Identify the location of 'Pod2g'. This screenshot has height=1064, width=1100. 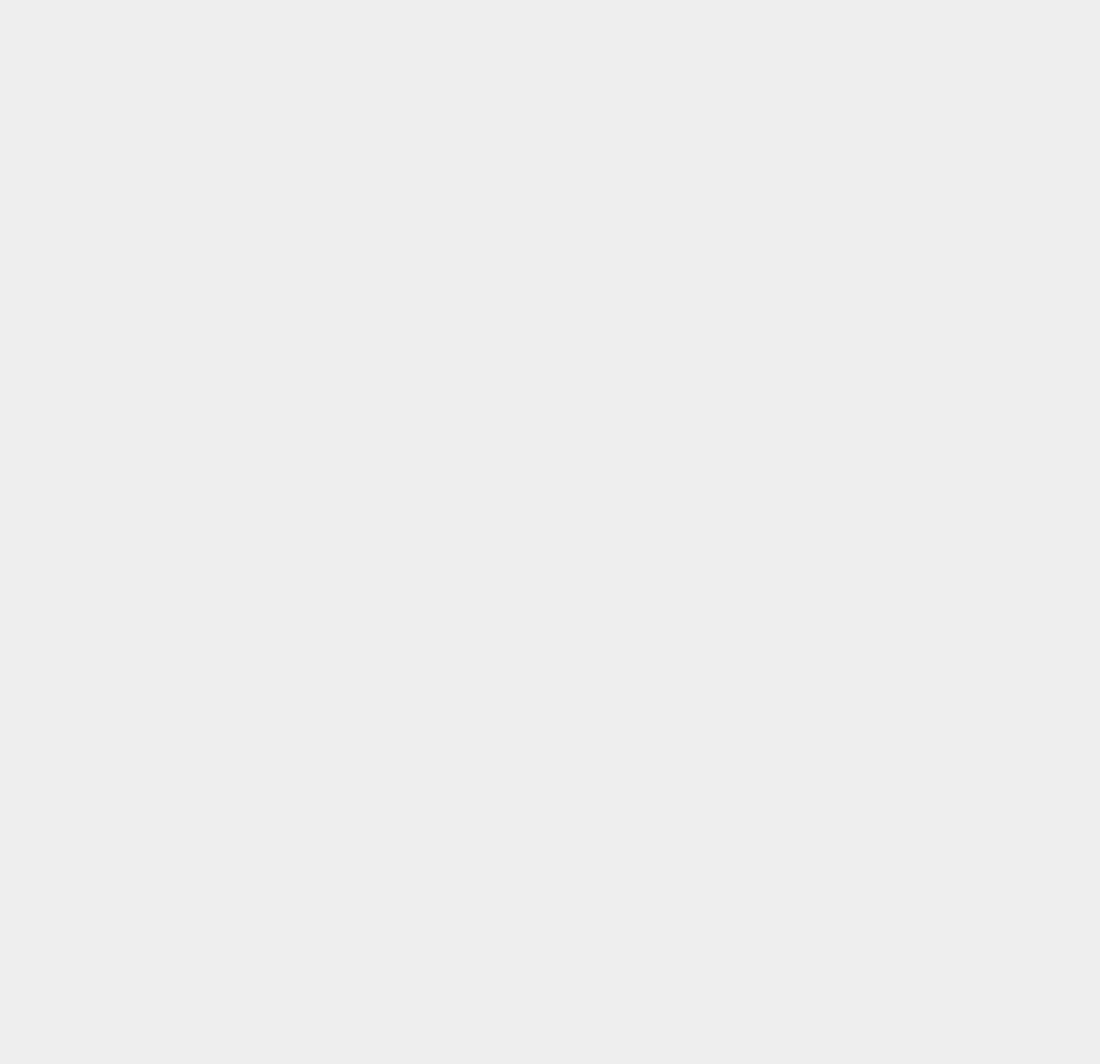
(798, 21).